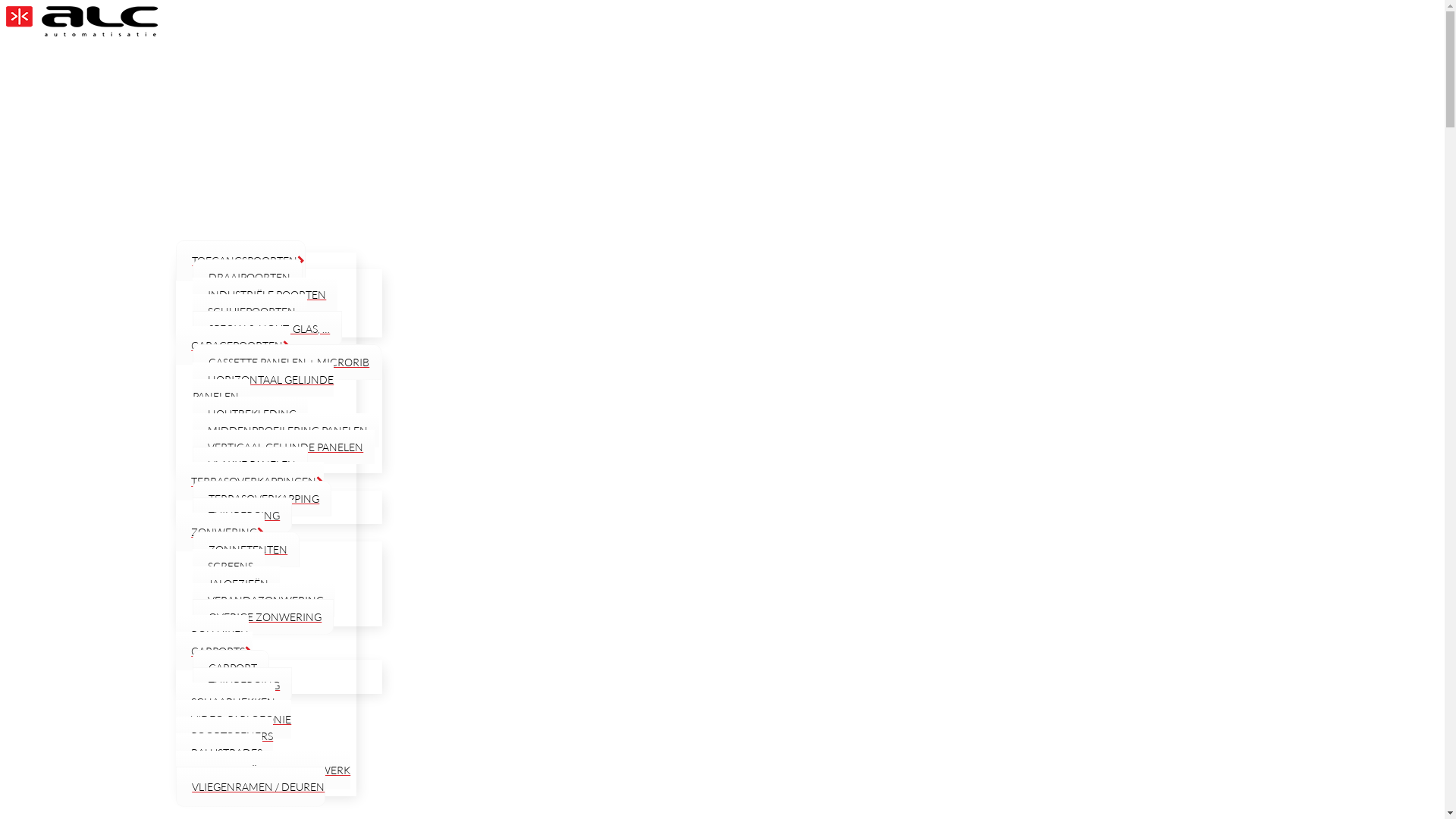 The height and width of the screenshot is (819, 1456). What do you see at coordinates (287, 362) in the screenshot?
I see `'CASSETTE PANELEN + MICRORIB'` at bounding box center [287, 362].